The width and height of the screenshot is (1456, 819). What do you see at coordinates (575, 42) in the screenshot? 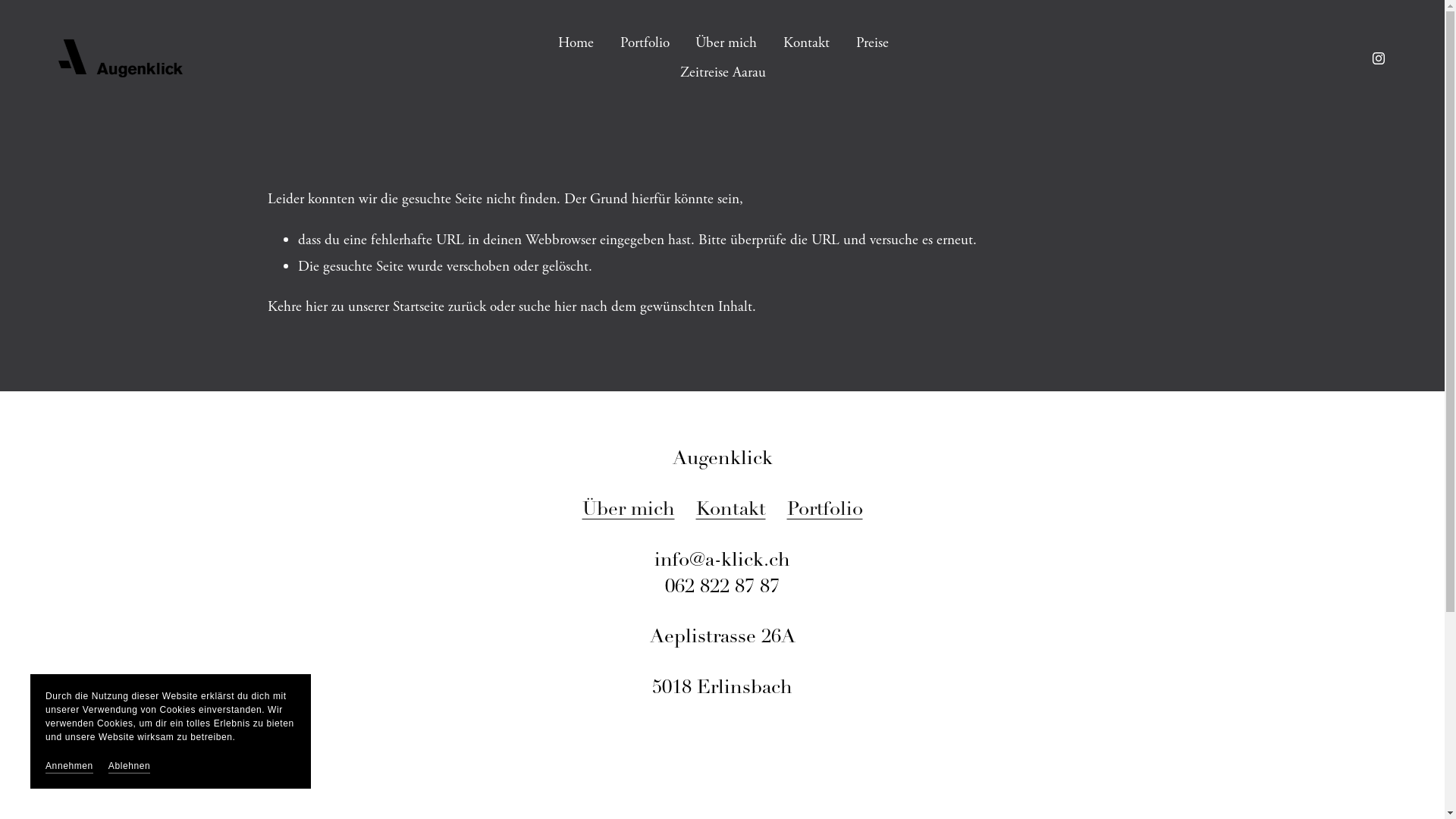
I see `'Home'` at bounding box center [575, 42].